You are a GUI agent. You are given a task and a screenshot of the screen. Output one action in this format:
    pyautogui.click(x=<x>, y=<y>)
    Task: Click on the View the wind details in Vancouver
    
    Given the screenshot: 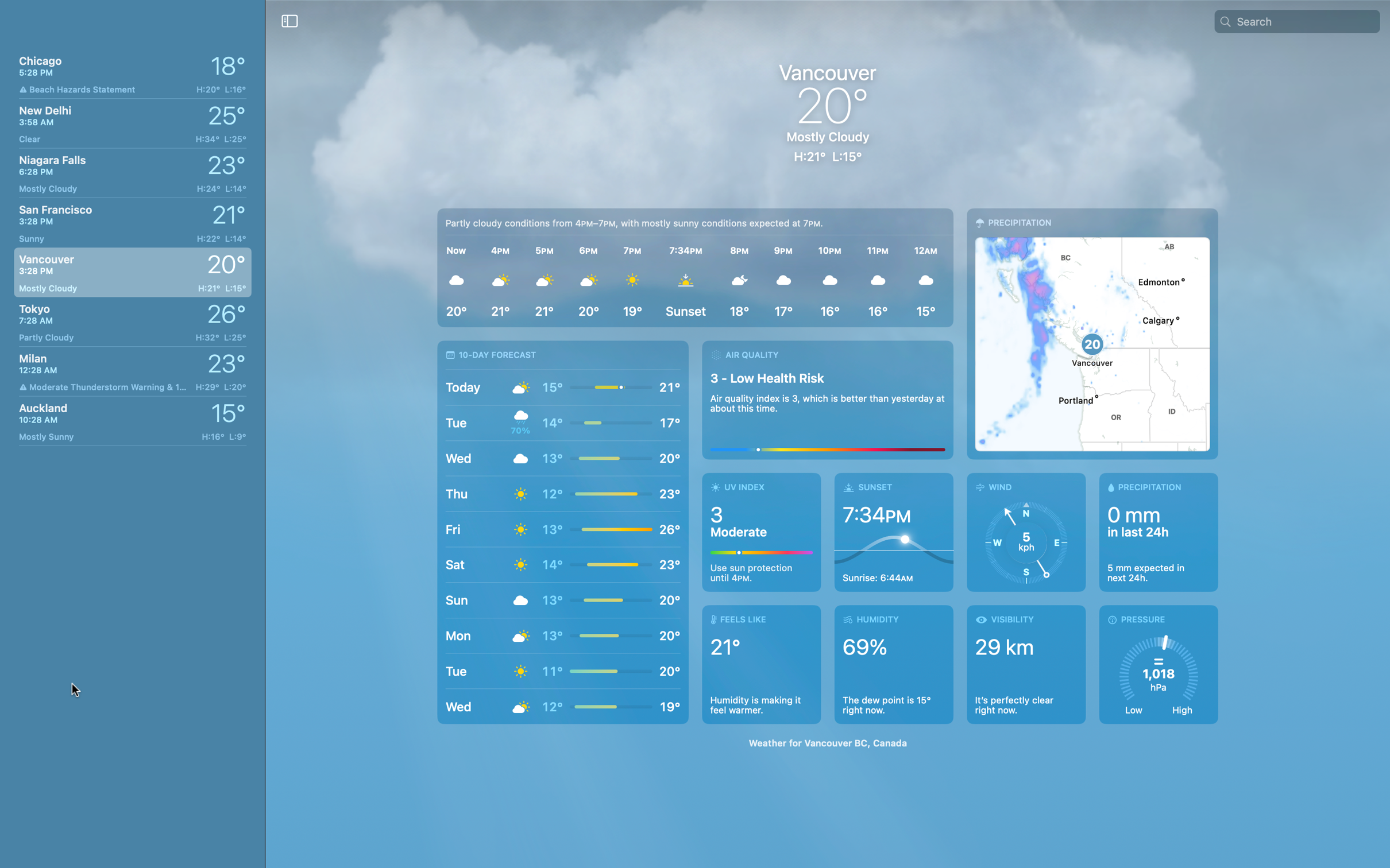 What is the action you would take?
    pyautogui.click(x=1025, y=532)
    